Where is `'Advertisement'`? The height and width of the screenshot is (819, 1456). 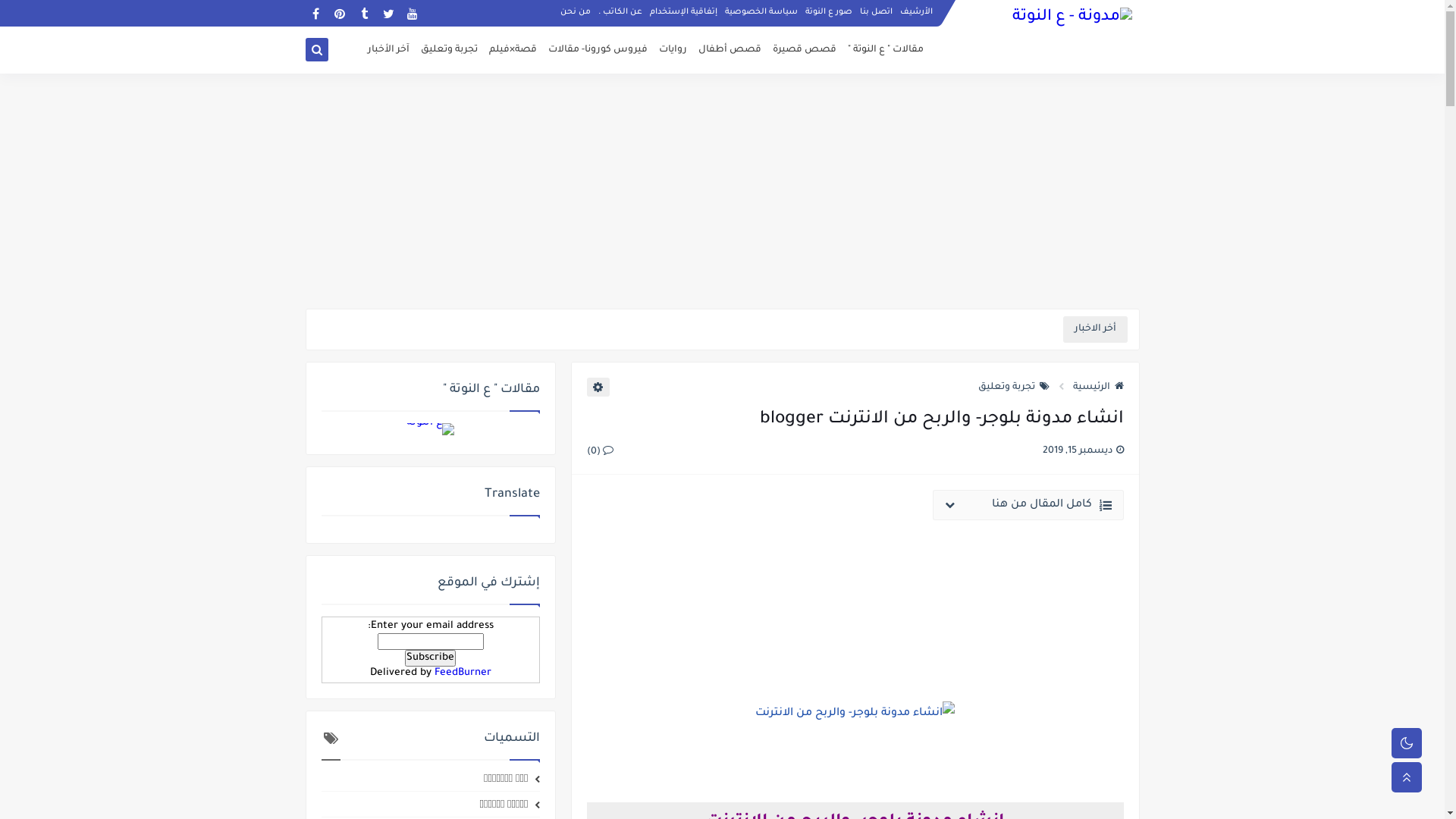 'Advertisement' is located at coordinates (855, 597).